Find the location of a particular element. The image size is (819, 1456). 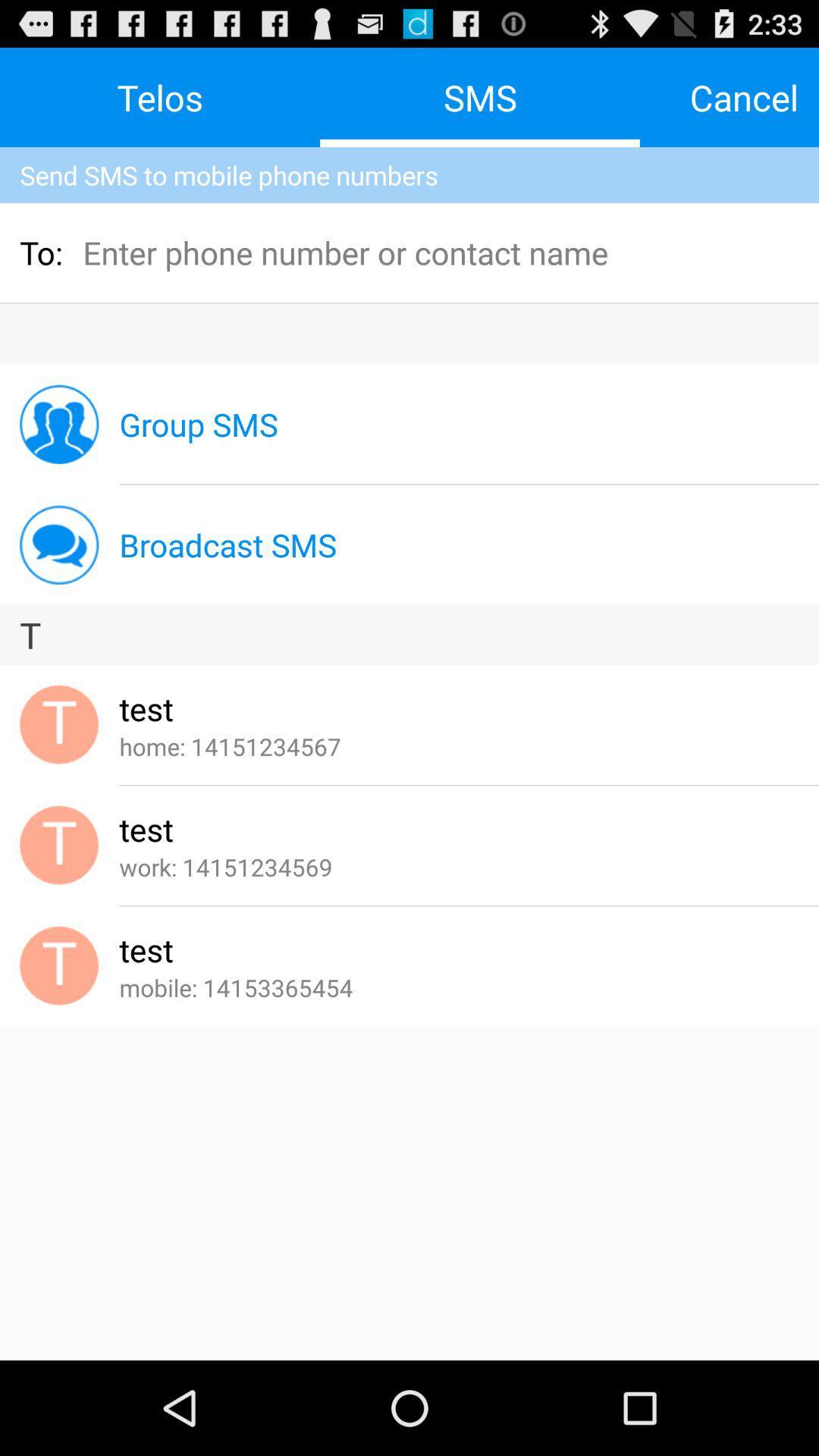

broadcast sms item is located at coordinates (227, 544).